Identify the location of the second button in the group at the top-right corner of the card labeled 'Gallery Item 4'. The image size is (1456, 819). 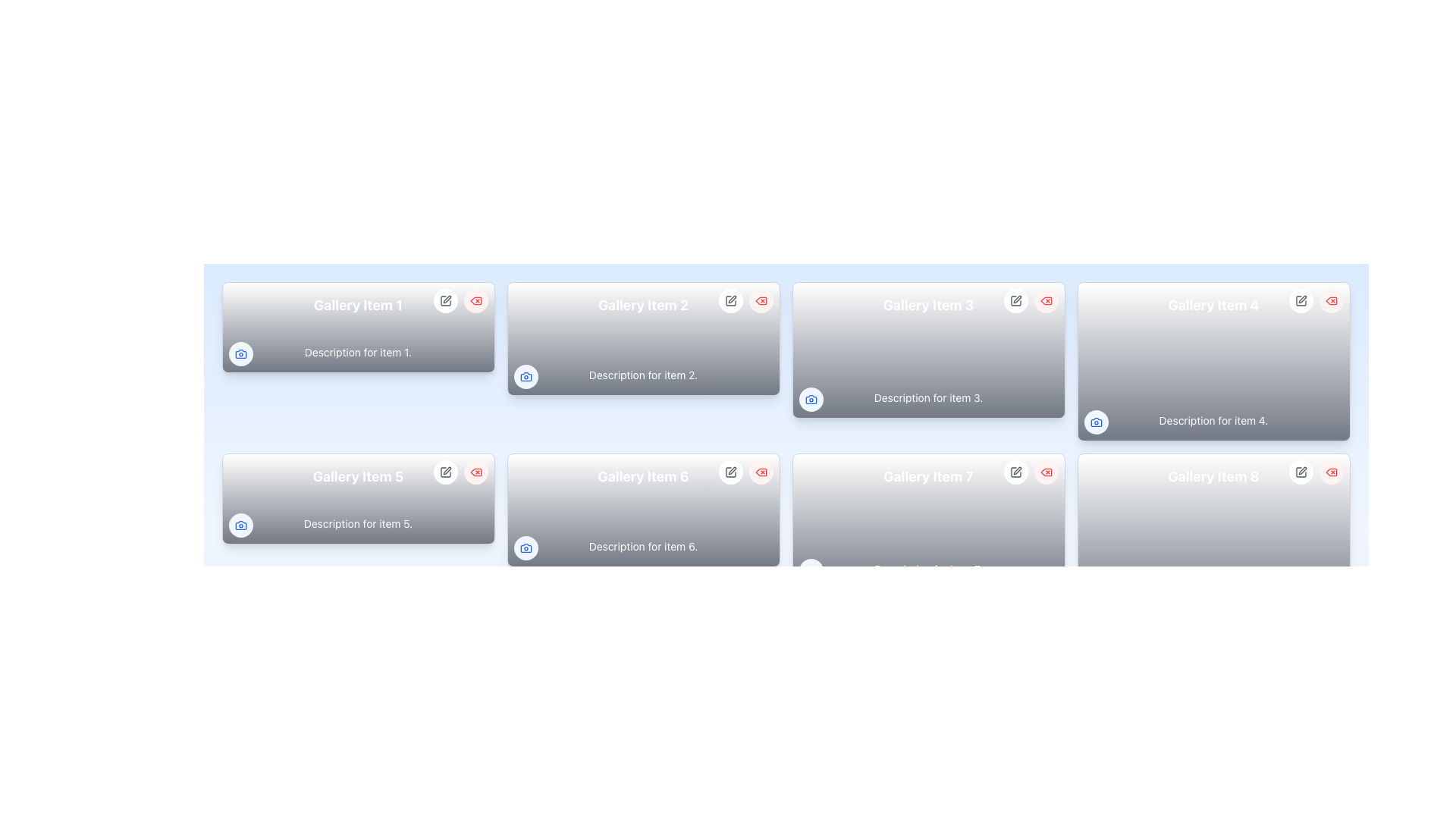
(1330, 301).